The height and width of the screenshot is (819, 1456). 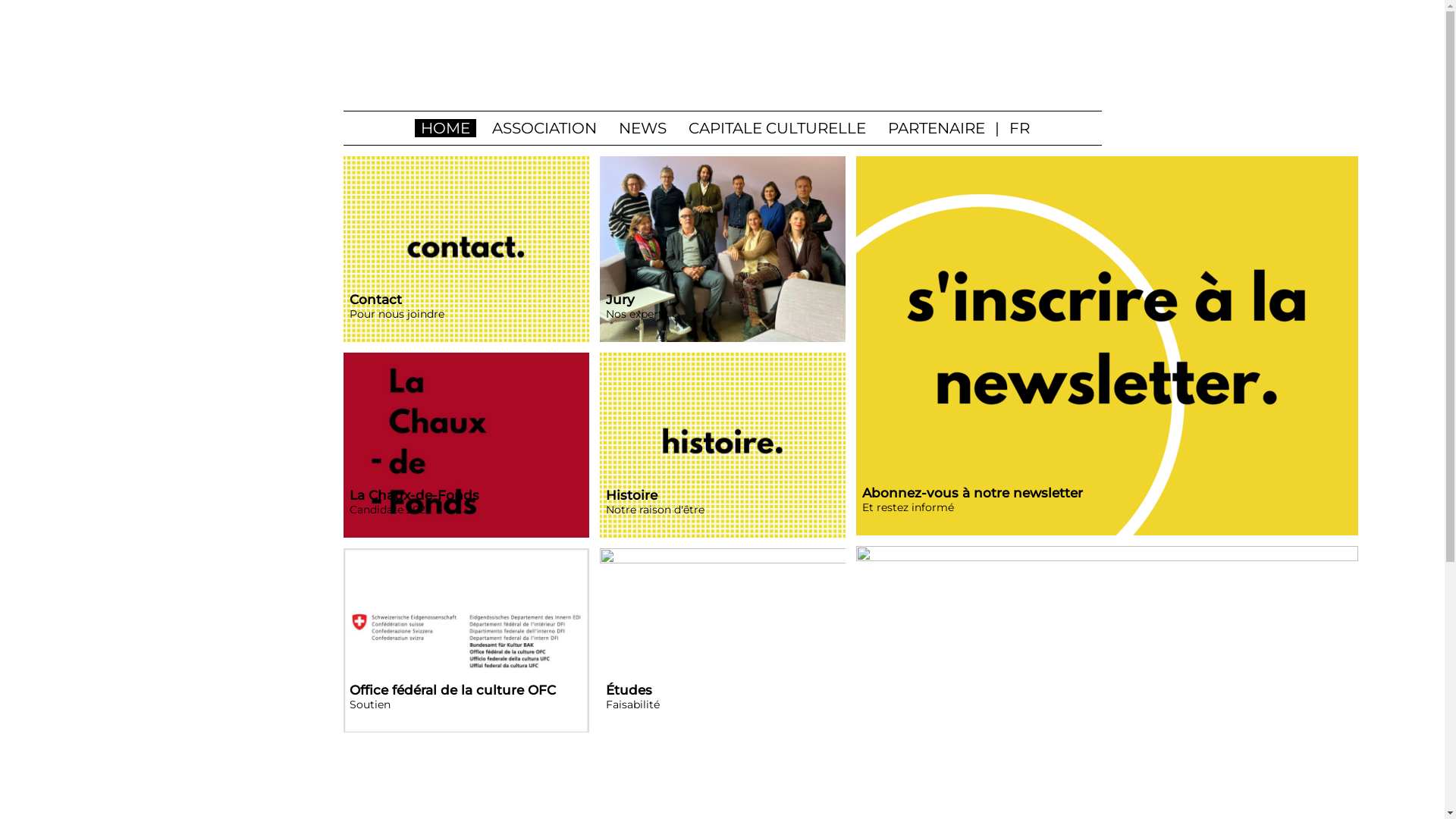 What do you see at coordinates (465, 444) in the screenshot?
I see `'La Chaux-de-Fonds'` at bounding box center [465, 444].